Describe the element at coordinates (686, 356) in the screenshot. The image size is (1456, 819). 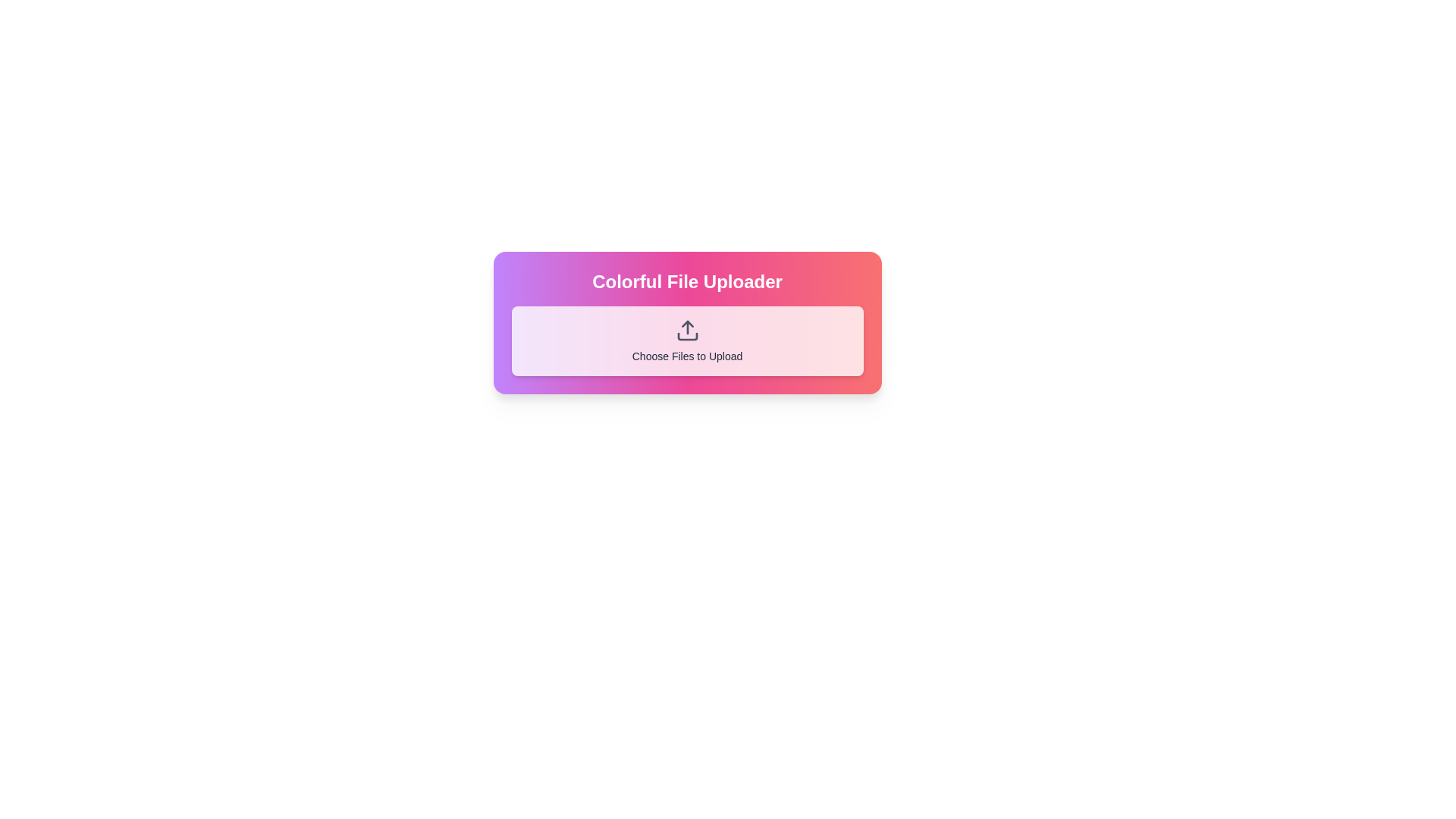
I see `the text label that says 'Choose Files to Upload', which is styled with a small font size and gray color, located below the upload icon` at that location.